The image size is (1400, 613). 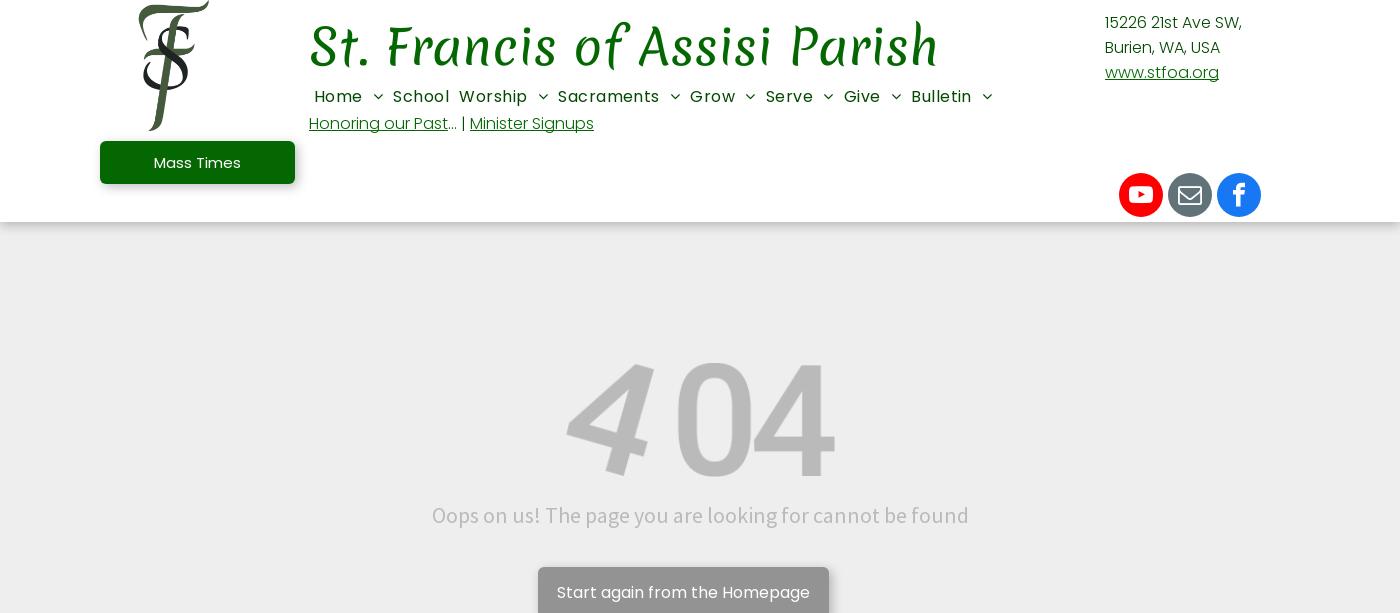 What do you see at coordinates (1092, 456) in the screenshot?
I see `'Technology Outreach'` at bounding box center [1092, 456].